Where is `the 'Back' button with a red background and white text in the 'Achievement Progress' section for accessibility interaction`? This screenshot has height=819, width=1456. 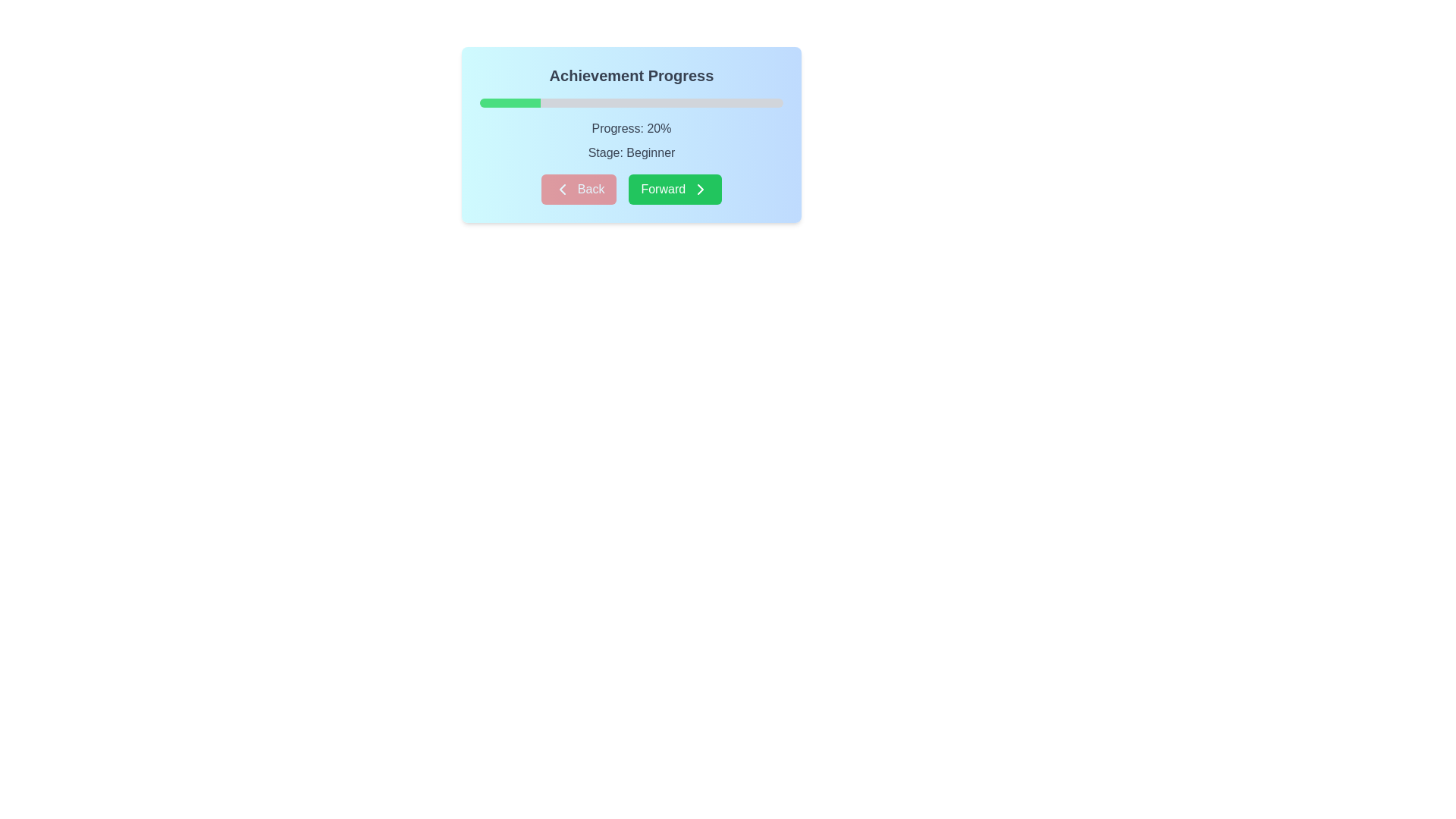 the 'Back' button with a red background and white text in the 'Achievement Progress' section for accessibility interaction is located at coordinates (578, 189).